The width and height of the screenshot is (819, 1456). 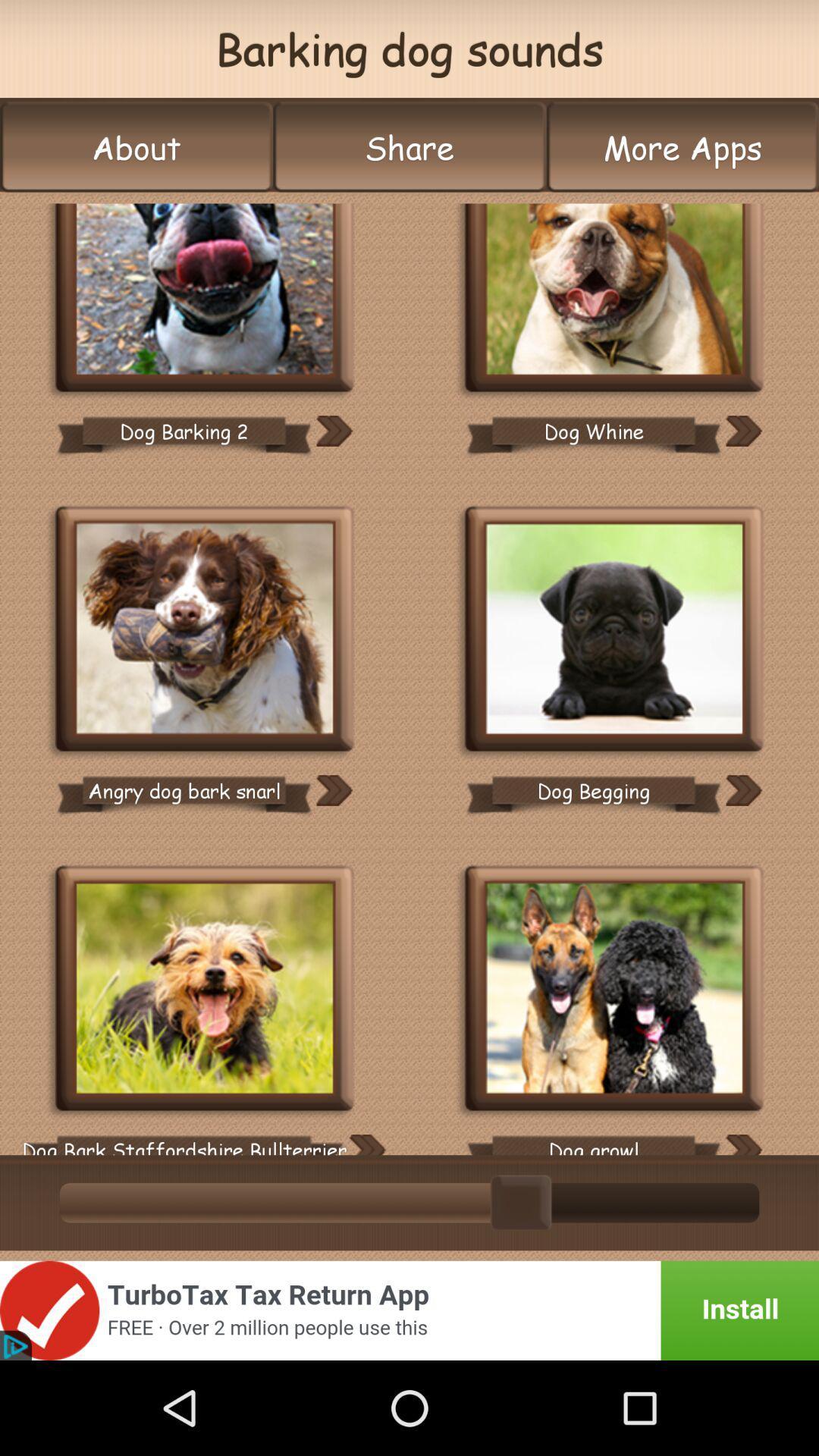 I want to click on profile, so click(x=205, y=299).